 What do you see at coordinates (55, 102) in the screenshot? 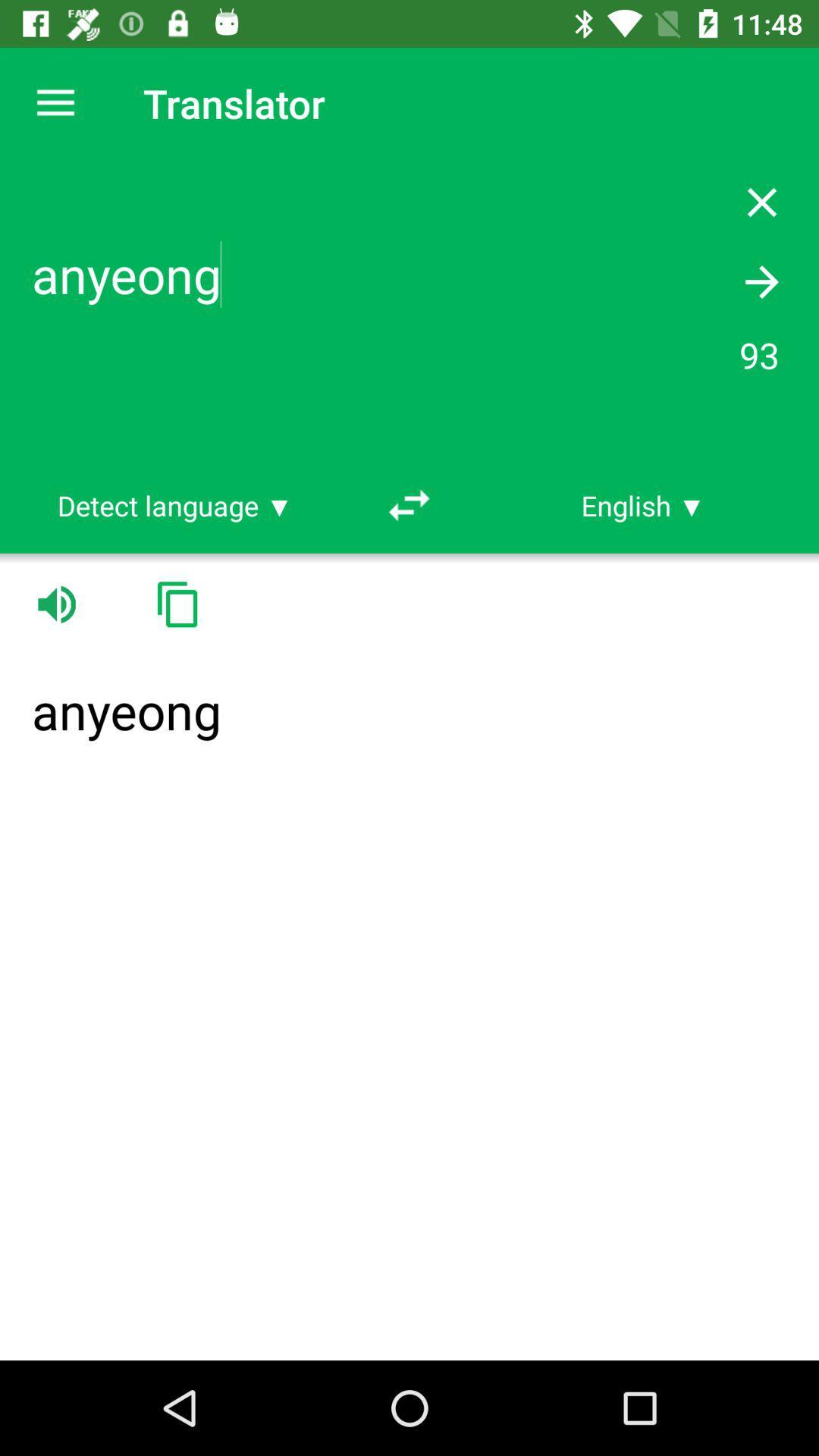
I see `the icon to the left of the translator` at bounding box center [55, 102].